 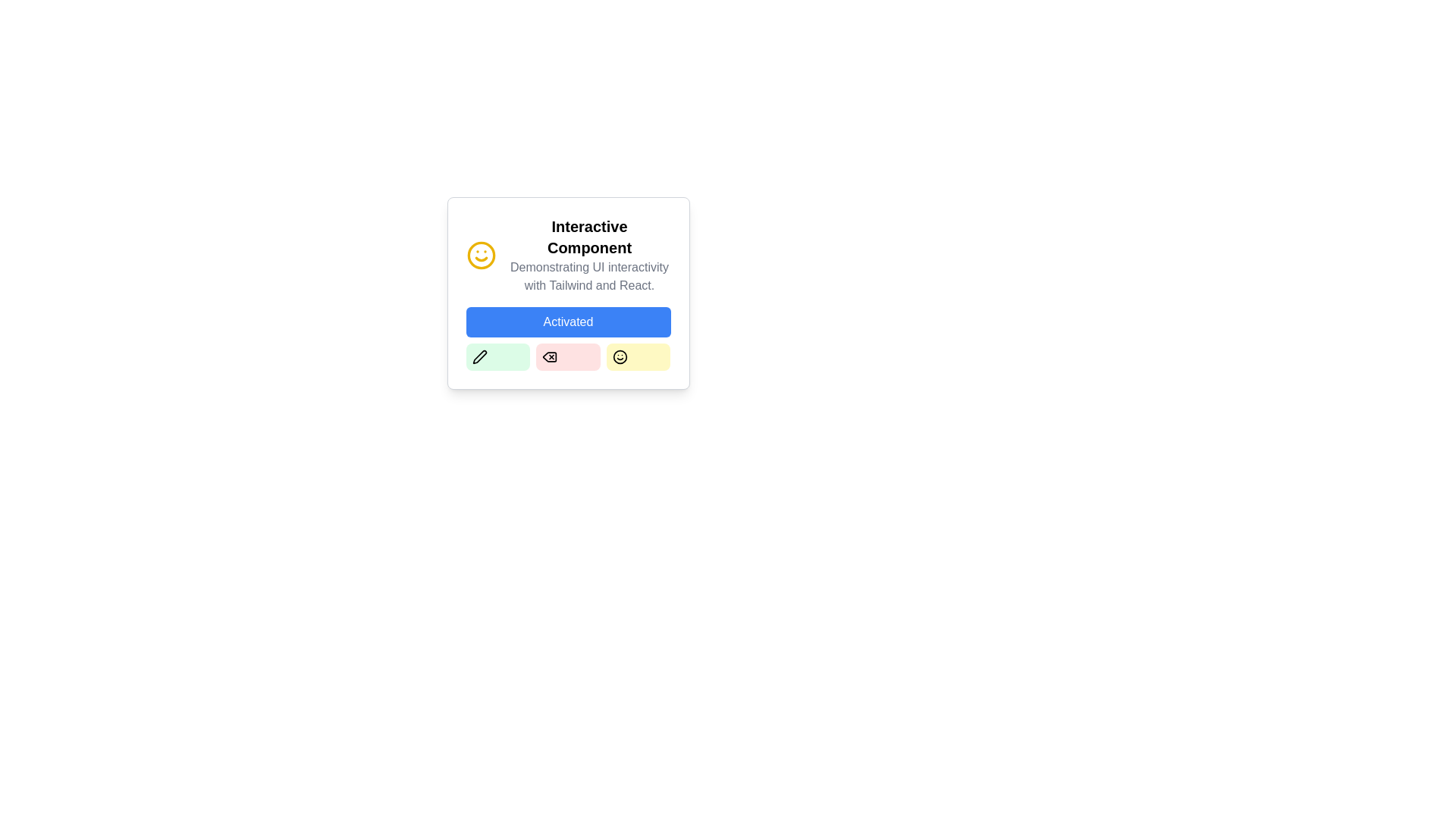 I want to click on the first button in the bottom row, which is a square-shaped button with a light green background containing a pen icon, using keyboard navigation, so click(x=479, y=356).